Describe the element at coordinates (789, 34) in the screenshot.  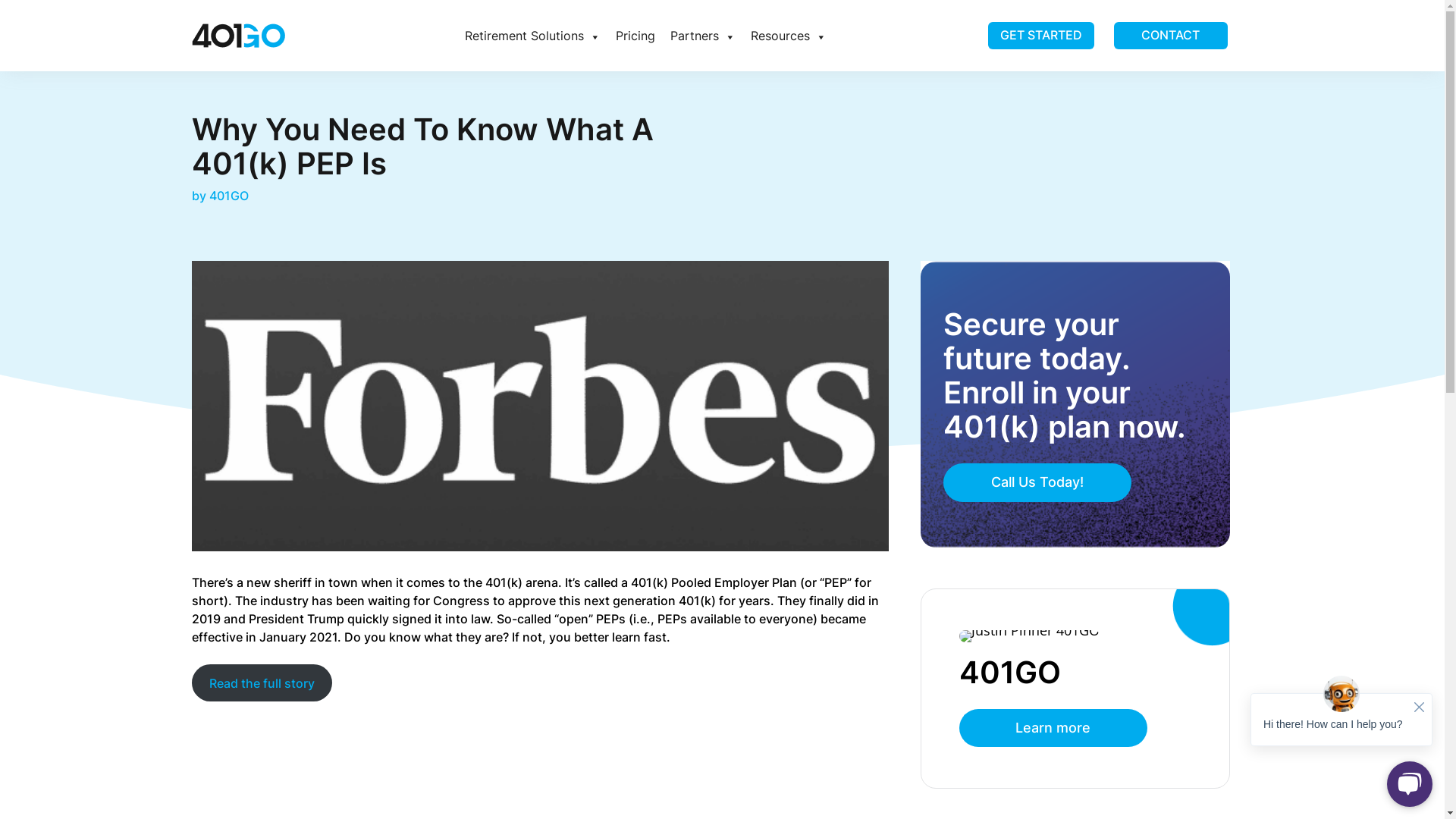
I see `'Resources'` at that location.